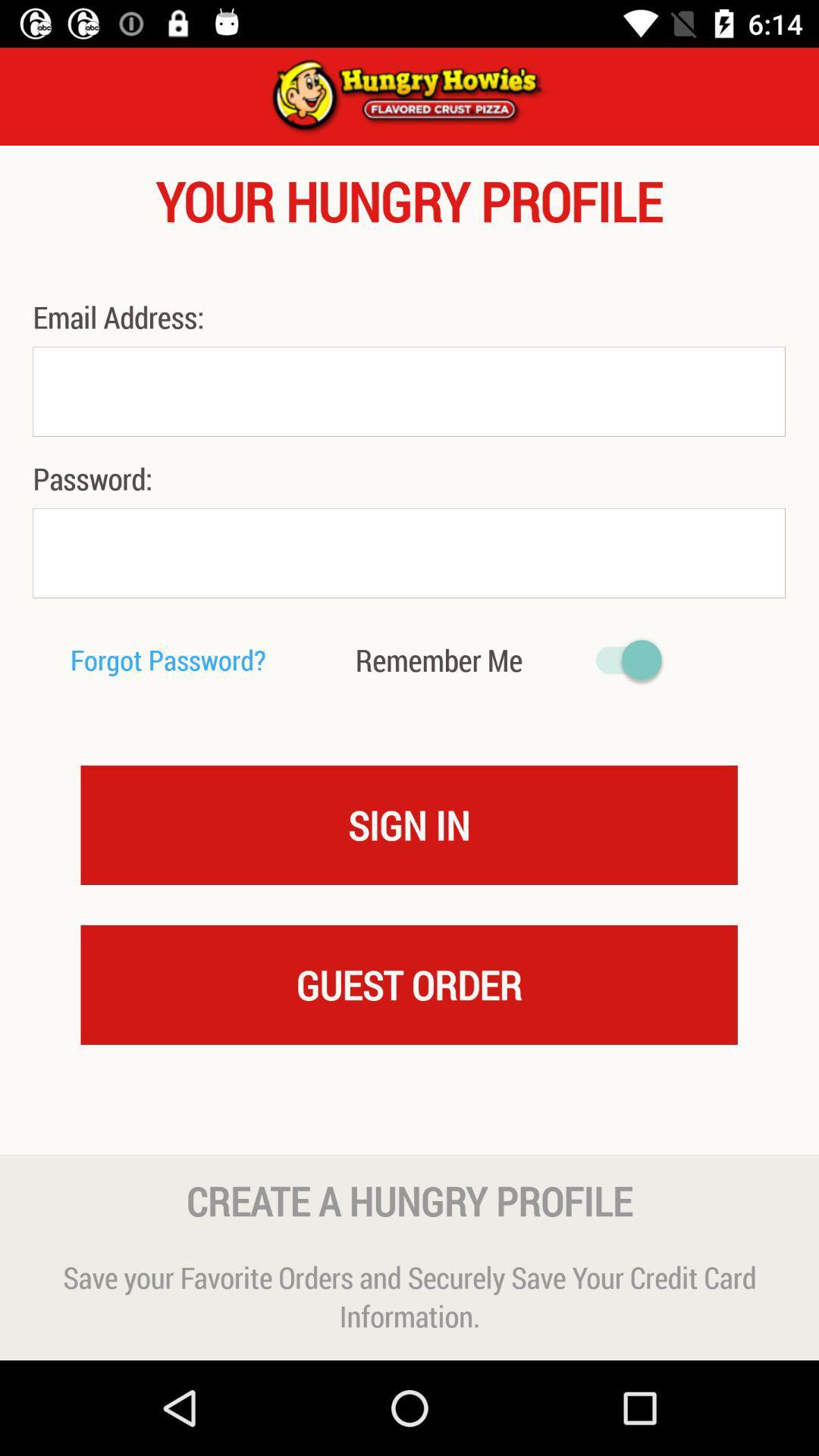 Image resolution: width=819 pixels, height=1456 pixels. I want to click on the icon above guest order item, so click(408, 824).